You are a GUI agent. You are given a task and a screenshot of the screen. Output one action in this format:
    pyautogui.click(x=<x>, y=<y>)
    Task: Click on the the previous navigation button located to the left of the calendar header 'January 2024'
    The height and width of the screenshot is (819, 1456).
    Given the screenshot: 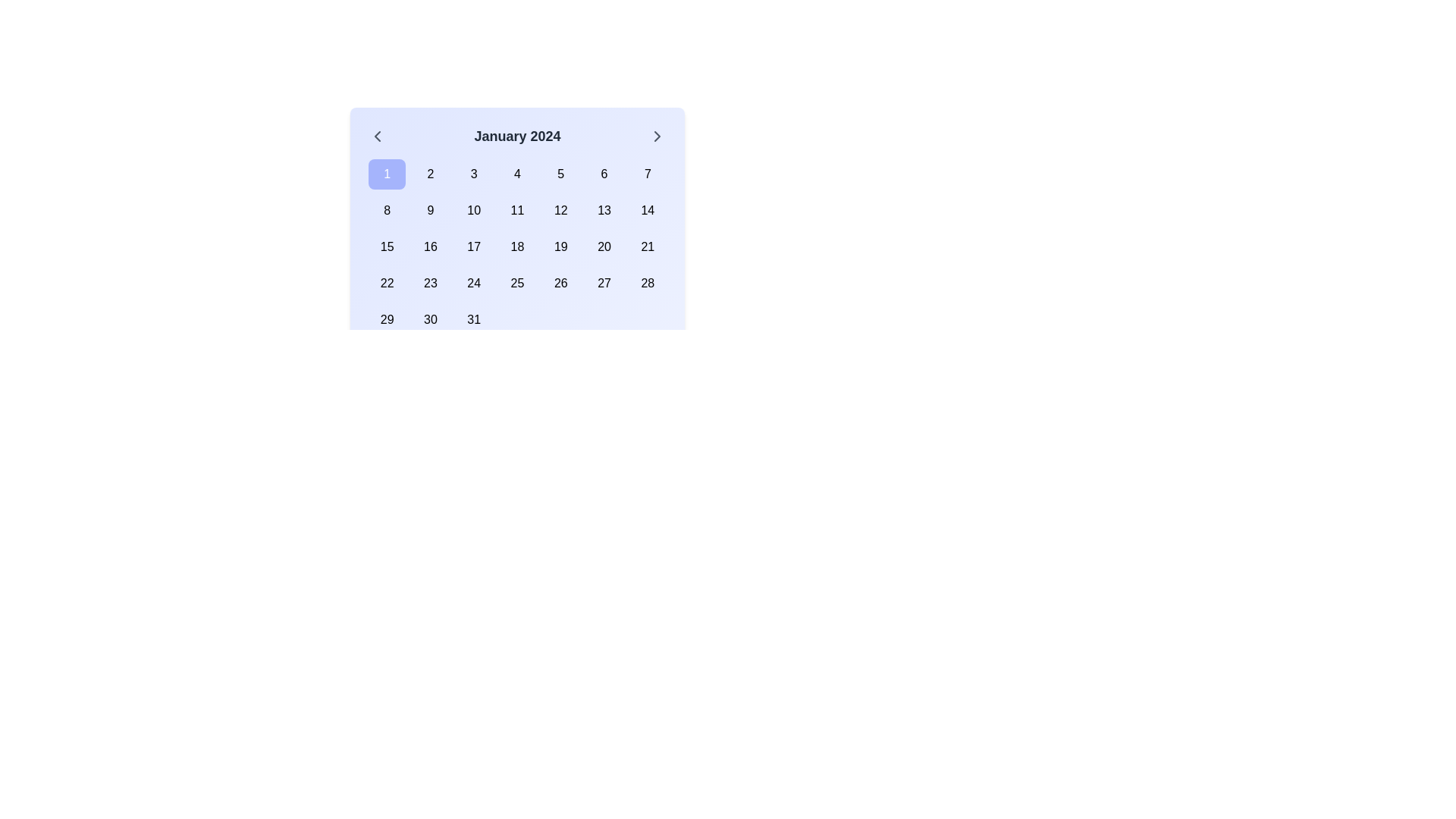 What is the action you would take?
    pyautogui.click(x=378, y=136)
    